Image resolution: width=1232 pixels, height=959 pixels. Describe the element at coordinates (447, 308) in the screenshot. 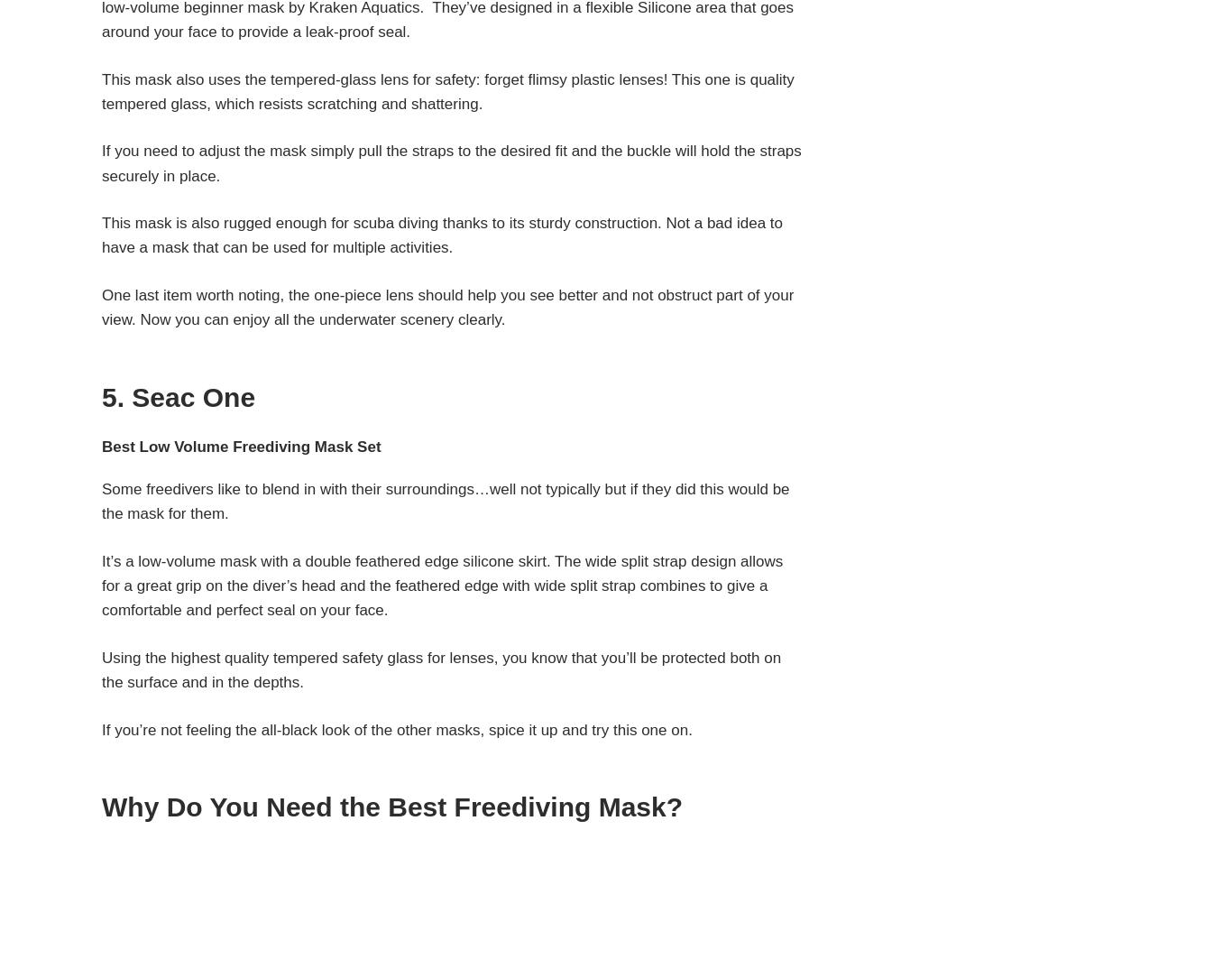

I see `'One last item worth noting, the one-piece lens should help you see better and not obstruct part of your view. Now you can enjoy all the underwater scenery clearly.'` at that location.